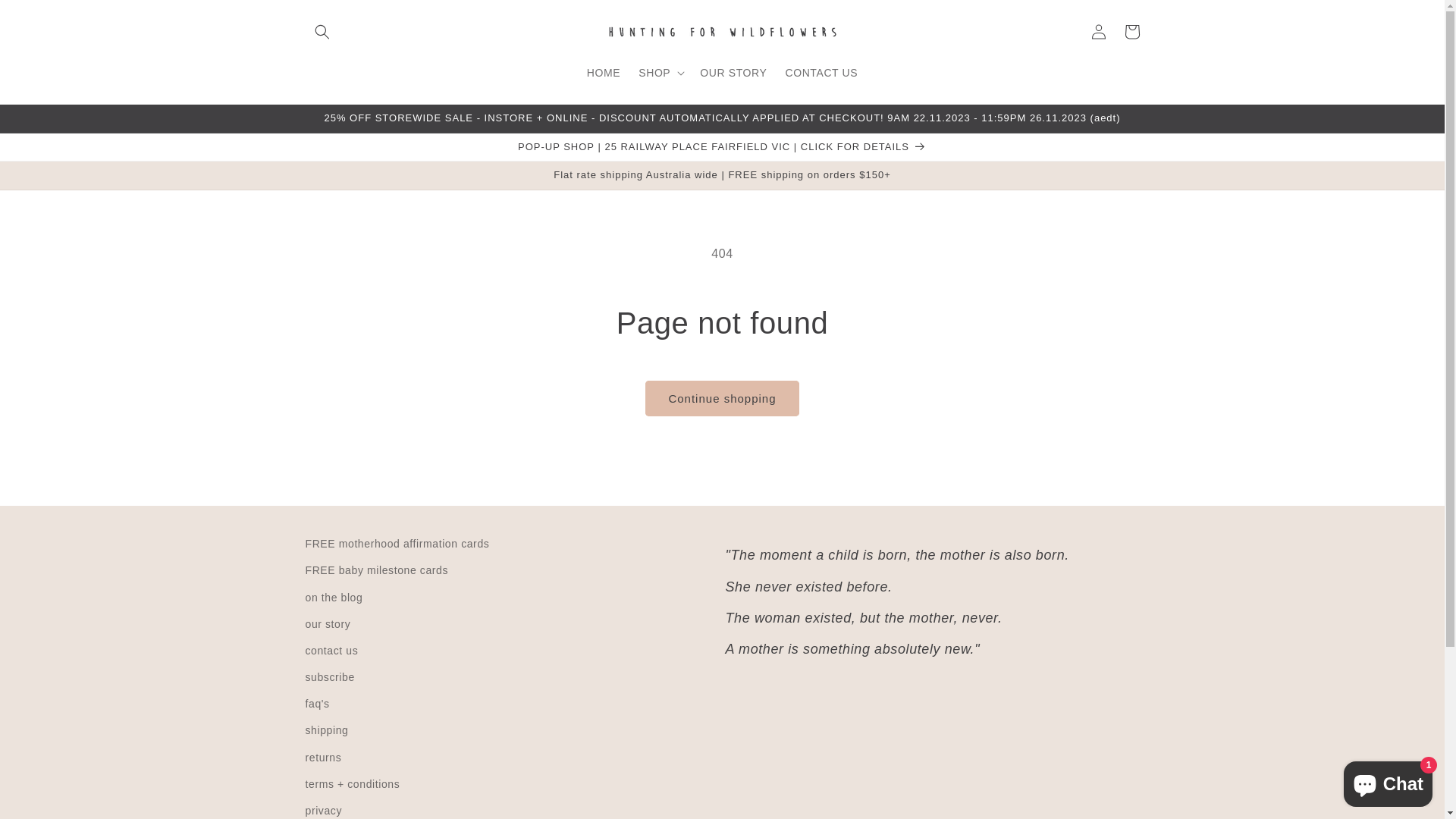 The image size is (1456, 819). I want to click on 'CONTACT US', so click(775, 72).